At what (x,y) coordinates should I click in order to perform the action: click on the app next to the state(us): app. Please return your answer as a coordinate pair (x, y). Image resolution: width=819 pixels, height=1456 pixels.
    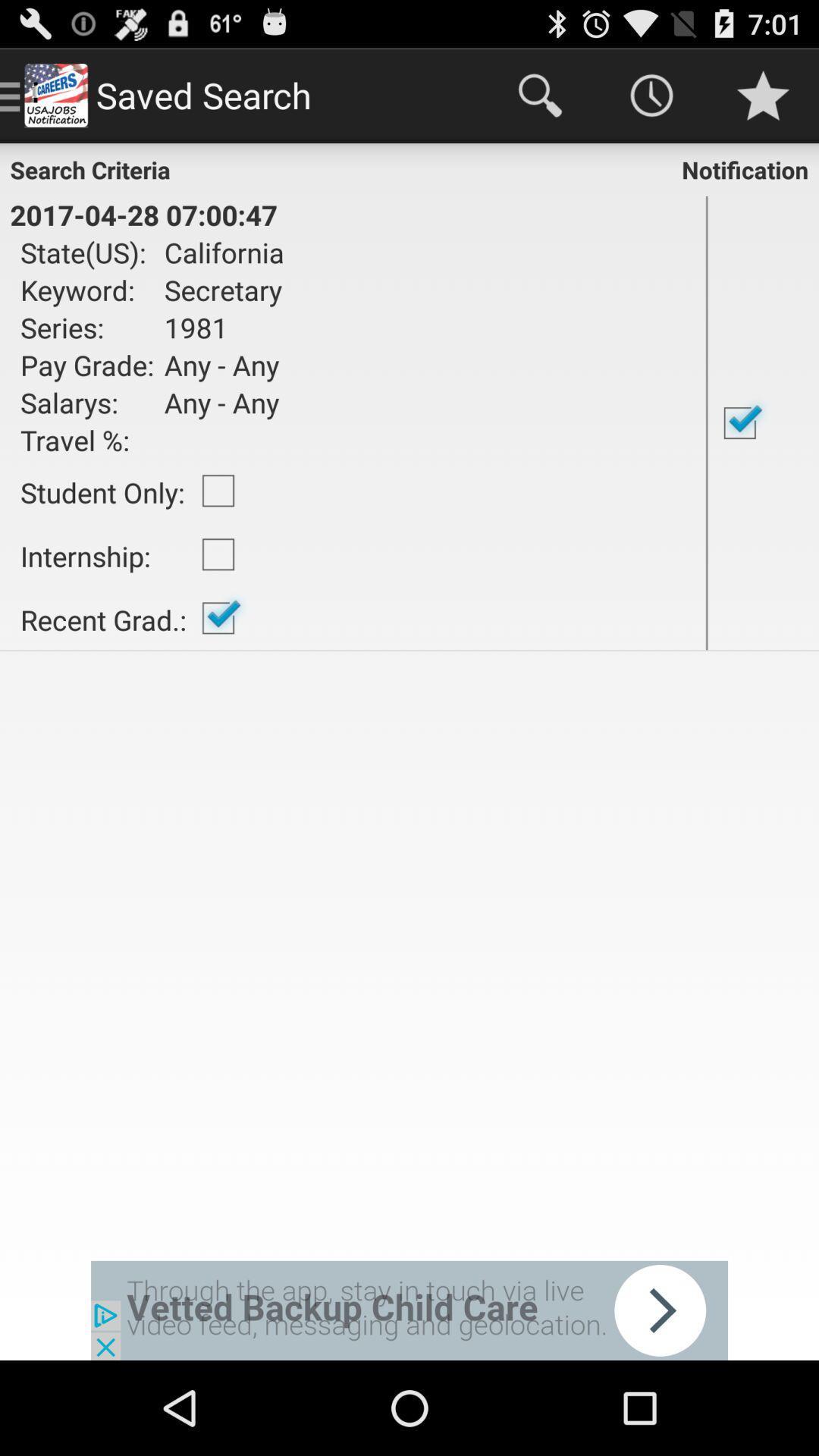
    Looking at the image, I should click on (219, 252).